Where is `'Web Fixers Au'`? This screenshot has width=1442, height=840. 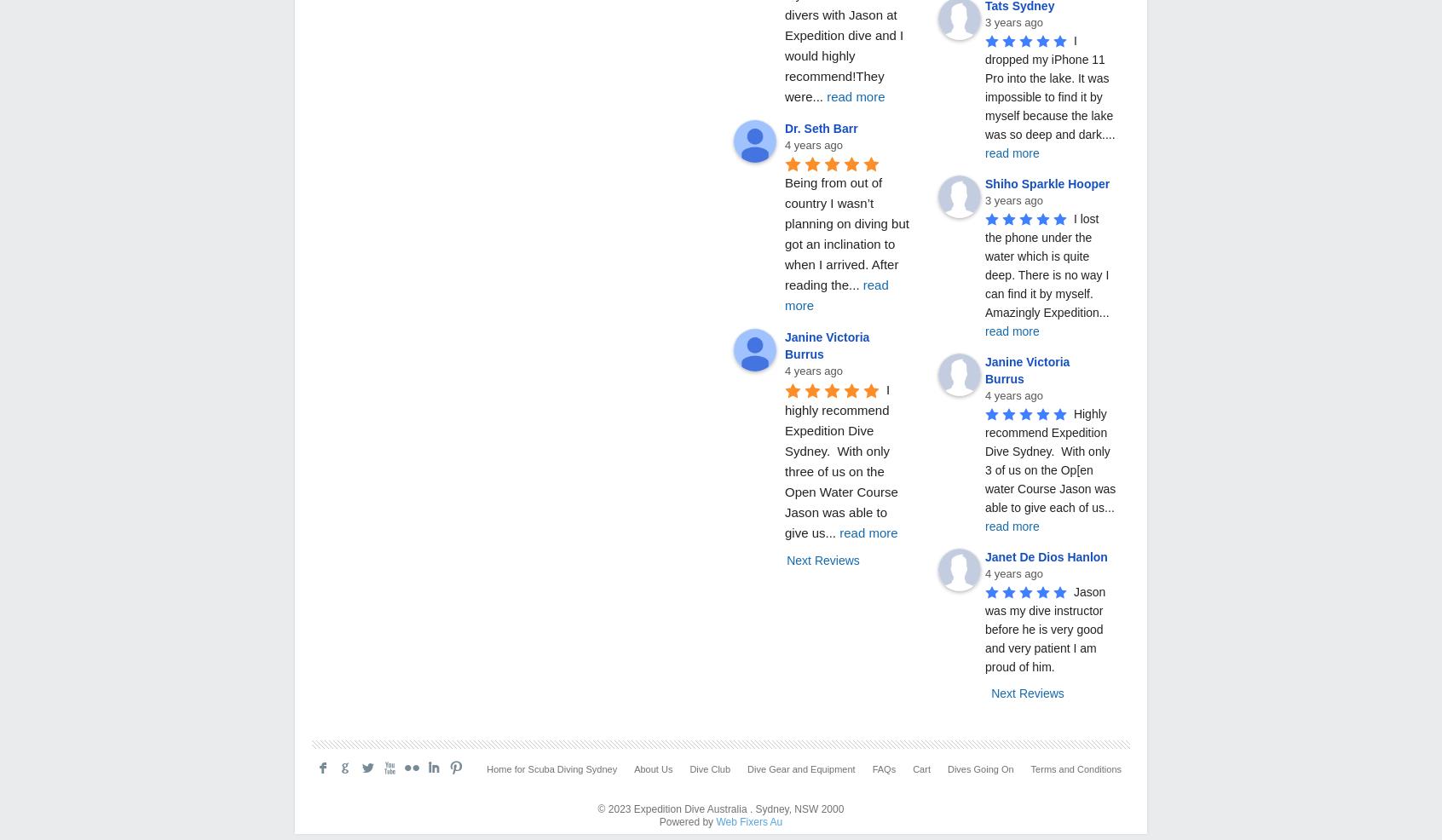
'Web Fixers Au' is located at coordinates (747, 821).